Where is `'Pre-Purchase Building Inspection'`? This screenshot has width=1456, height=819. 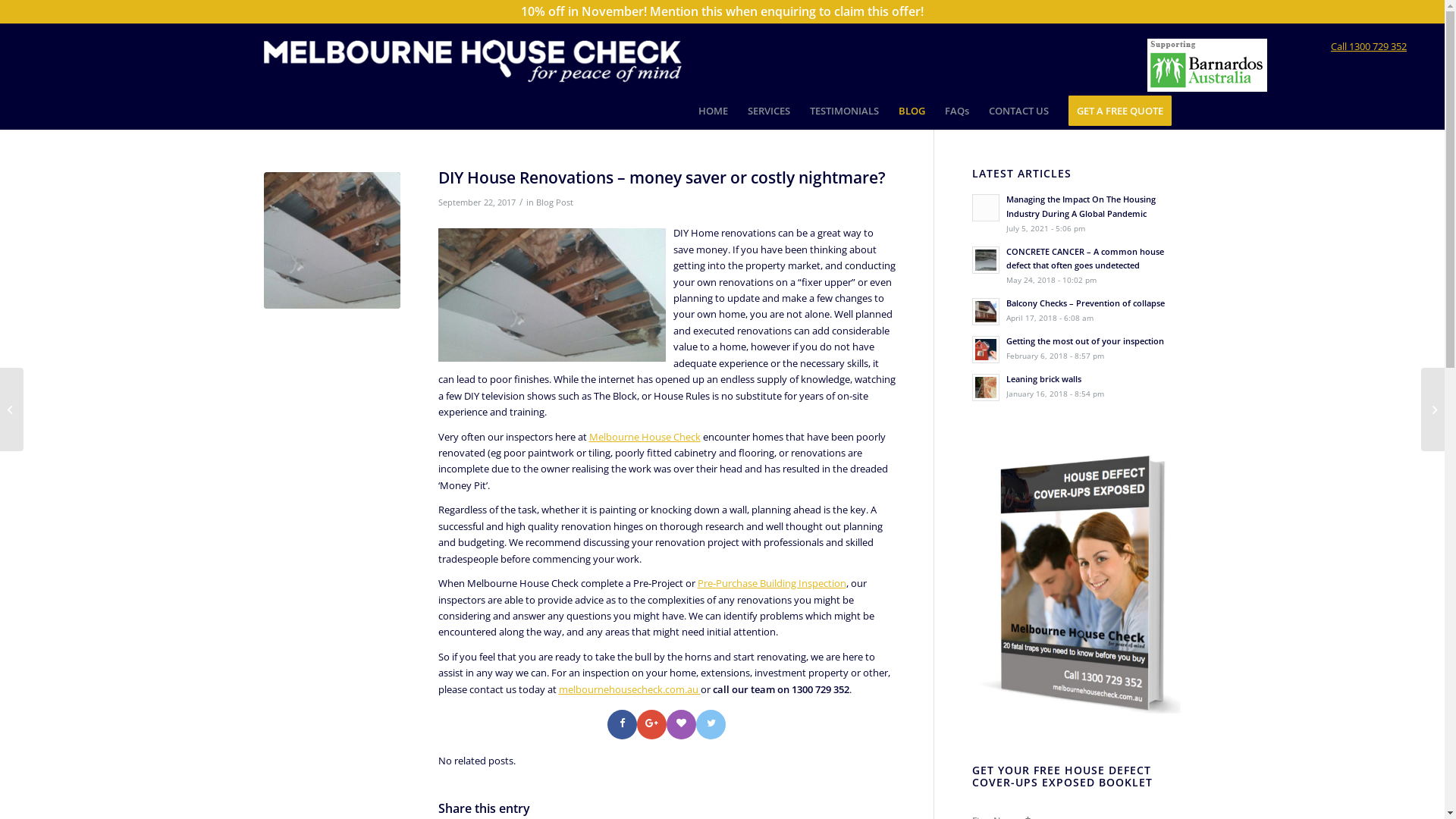 'Pre-Purchase Building Inspection' is located at coordinates (771, 582).